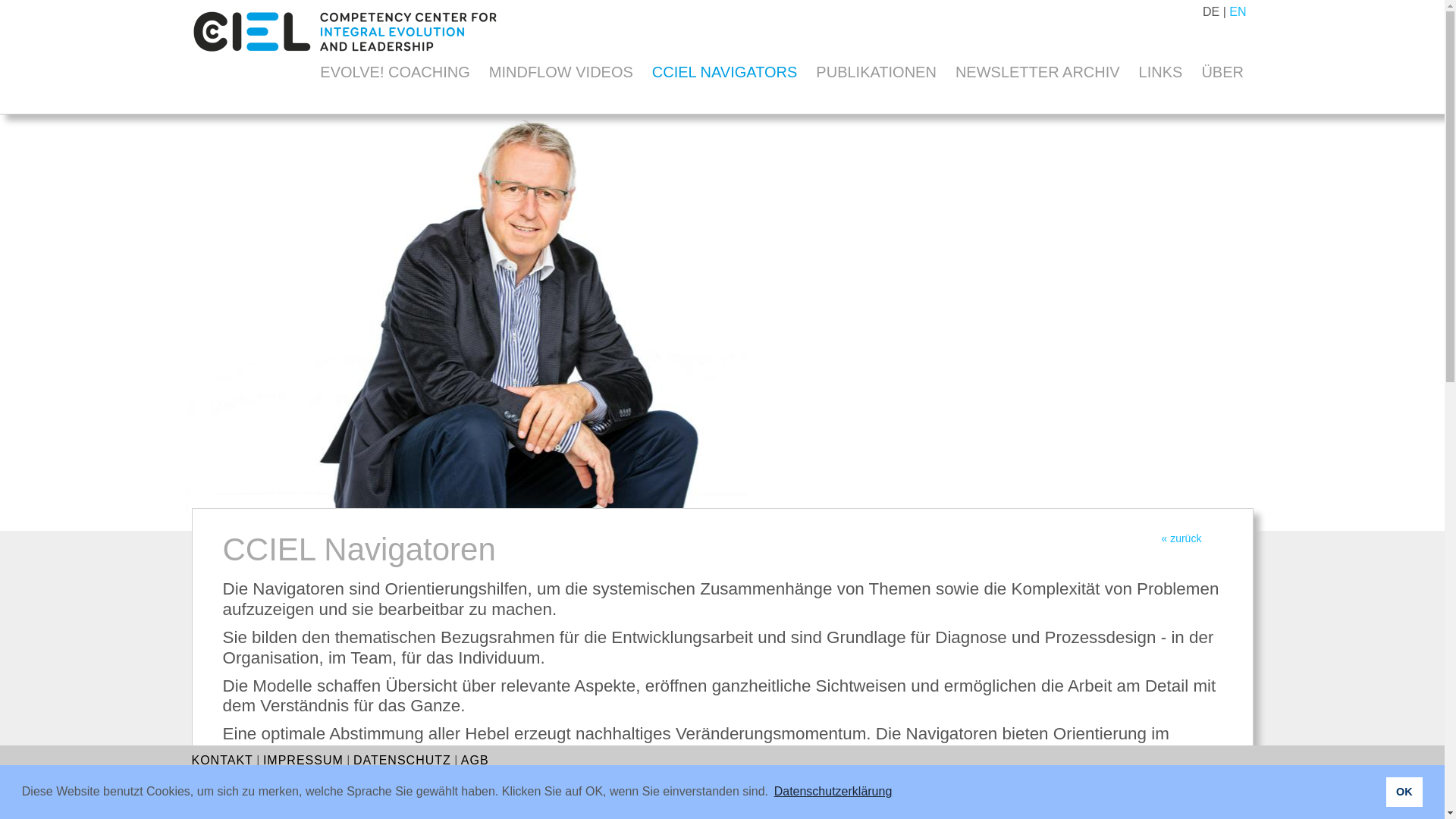  I want to click on 'Instagram', so click(1214, 802).